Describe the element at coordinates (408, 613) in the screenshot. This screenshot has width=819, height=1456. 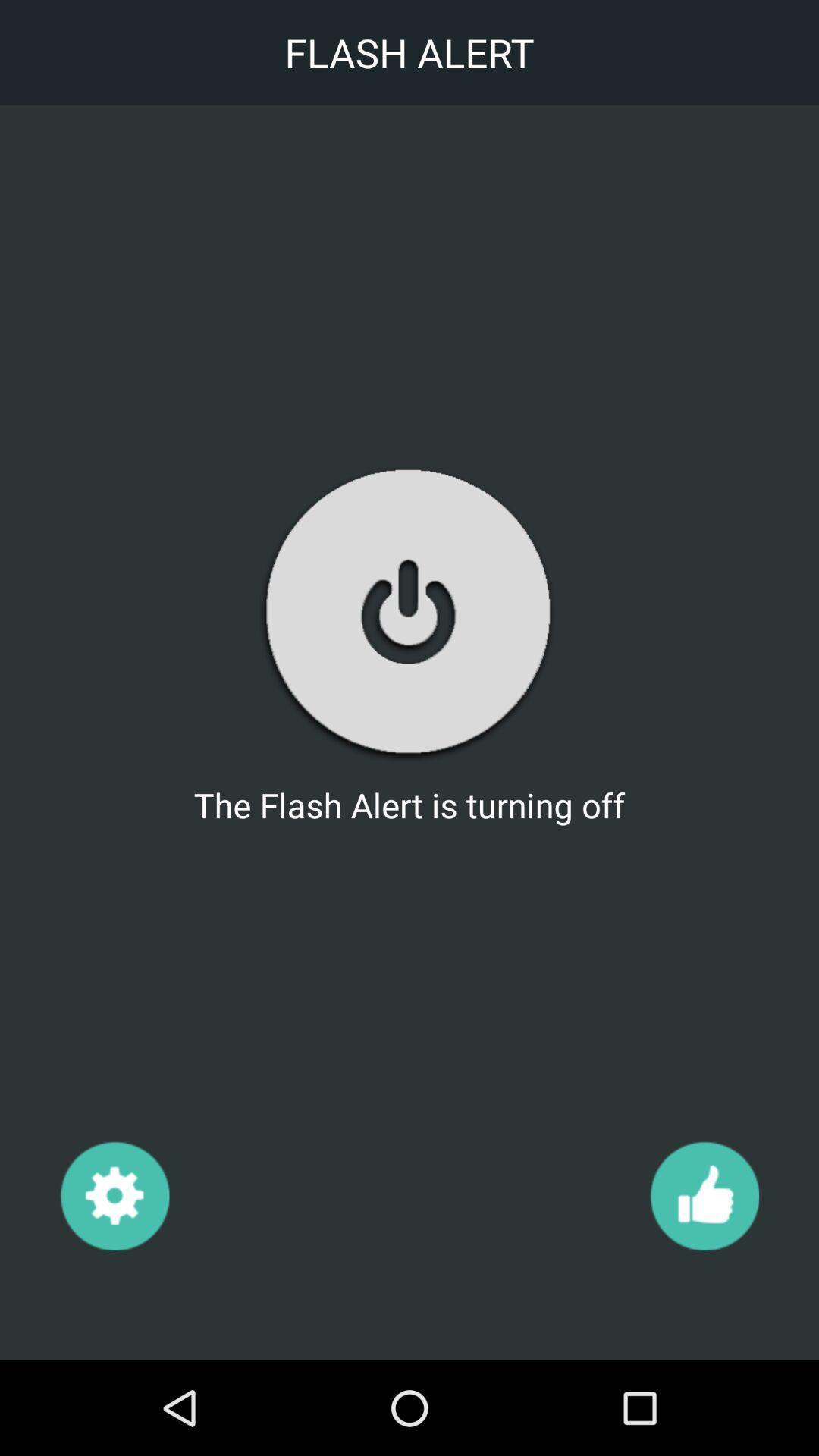
I see `the item below the flash alert icon` at that location.